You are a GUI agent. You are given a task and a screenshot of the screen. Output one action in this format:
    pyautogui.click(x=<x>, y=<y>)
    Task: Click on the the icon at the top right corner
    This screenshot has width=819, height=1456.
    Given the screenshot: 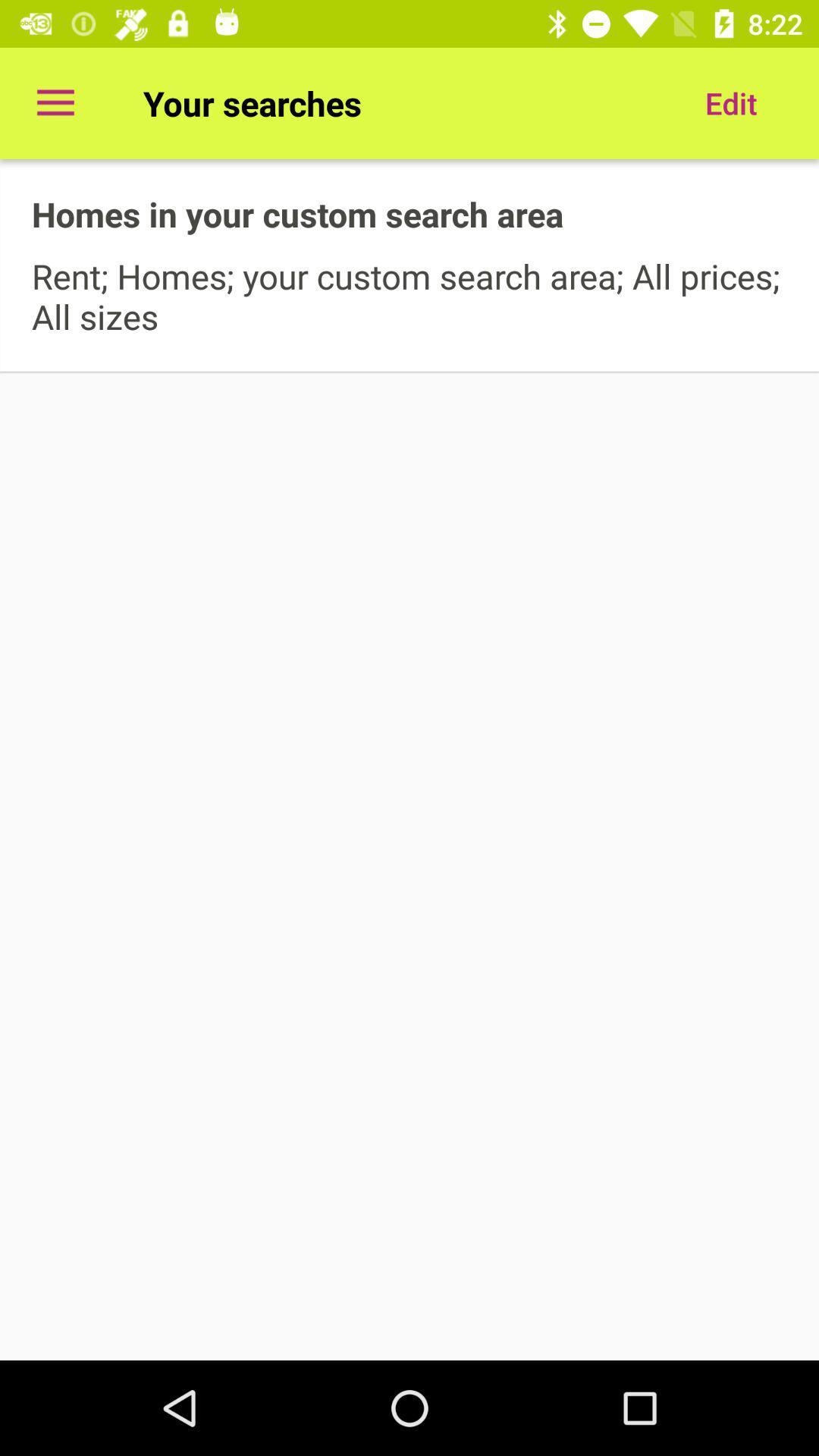 What is the action you would take?
    pyautogui.click(x=730, y=102)
    